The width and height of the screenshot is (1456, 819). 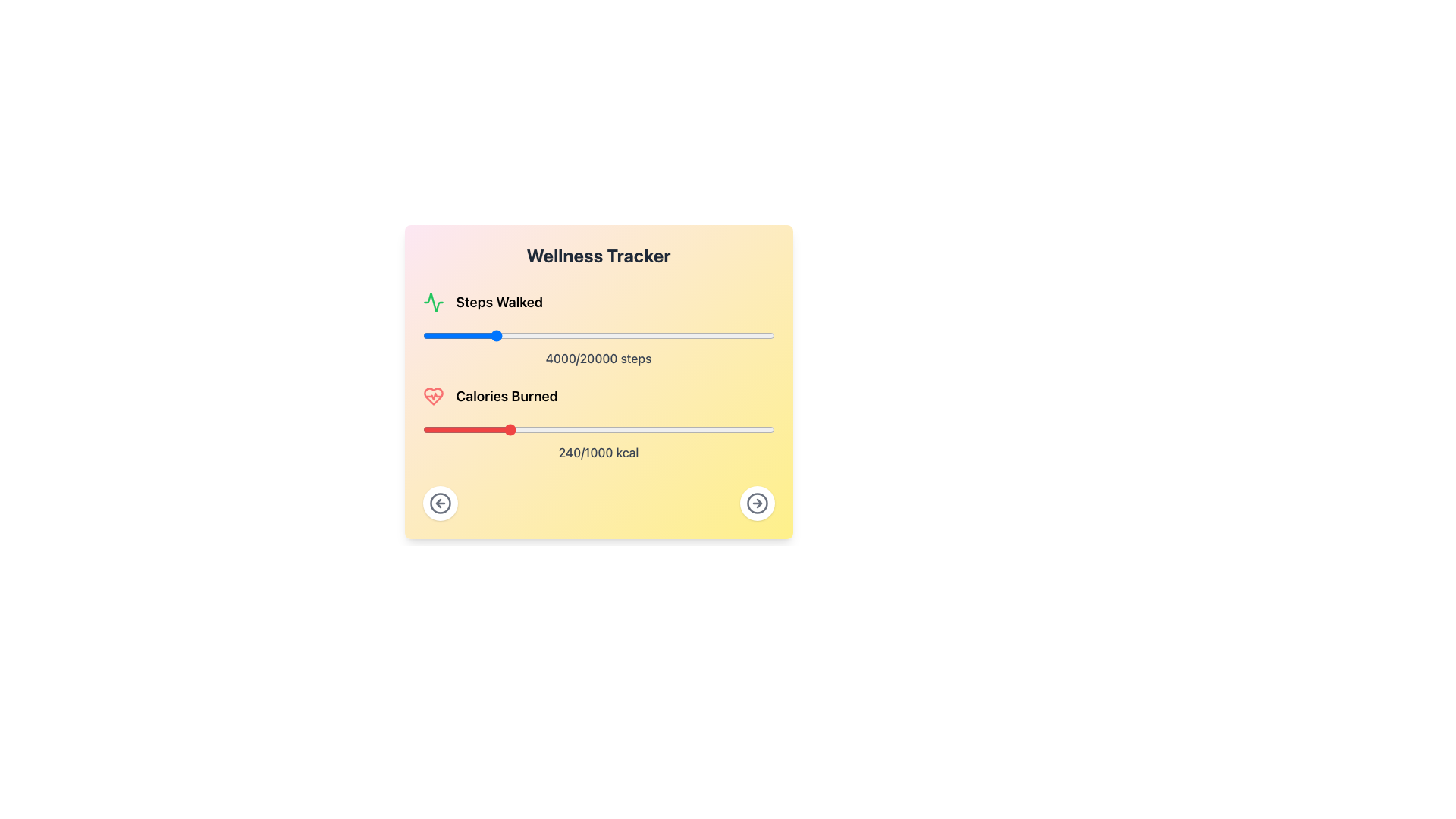 I want to click on the 'Steps Walked' slider, so click(x=439, y=335).